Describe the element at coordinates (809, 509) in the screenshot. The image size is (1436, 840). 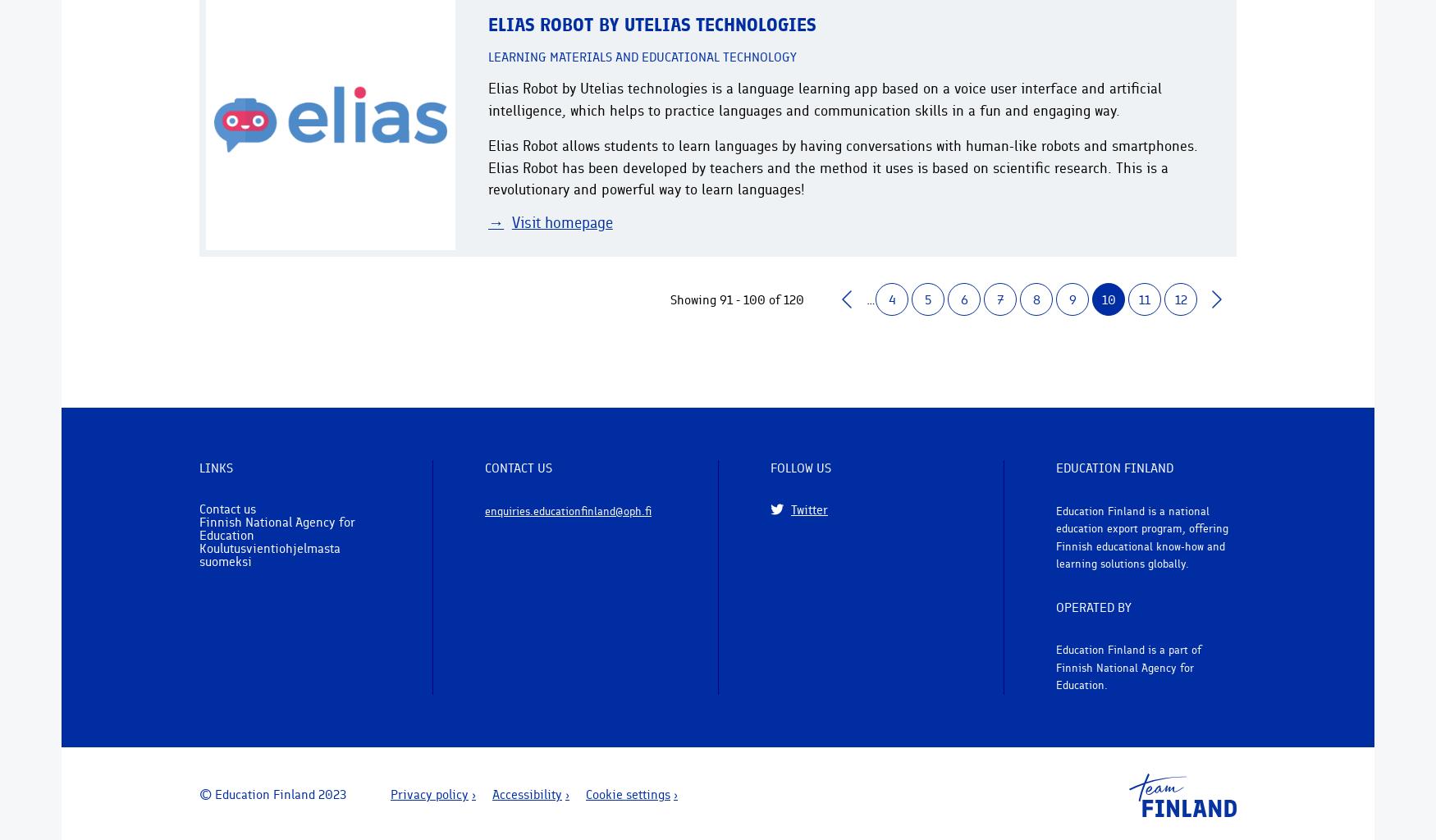
I see `'Twitter'` at that location.